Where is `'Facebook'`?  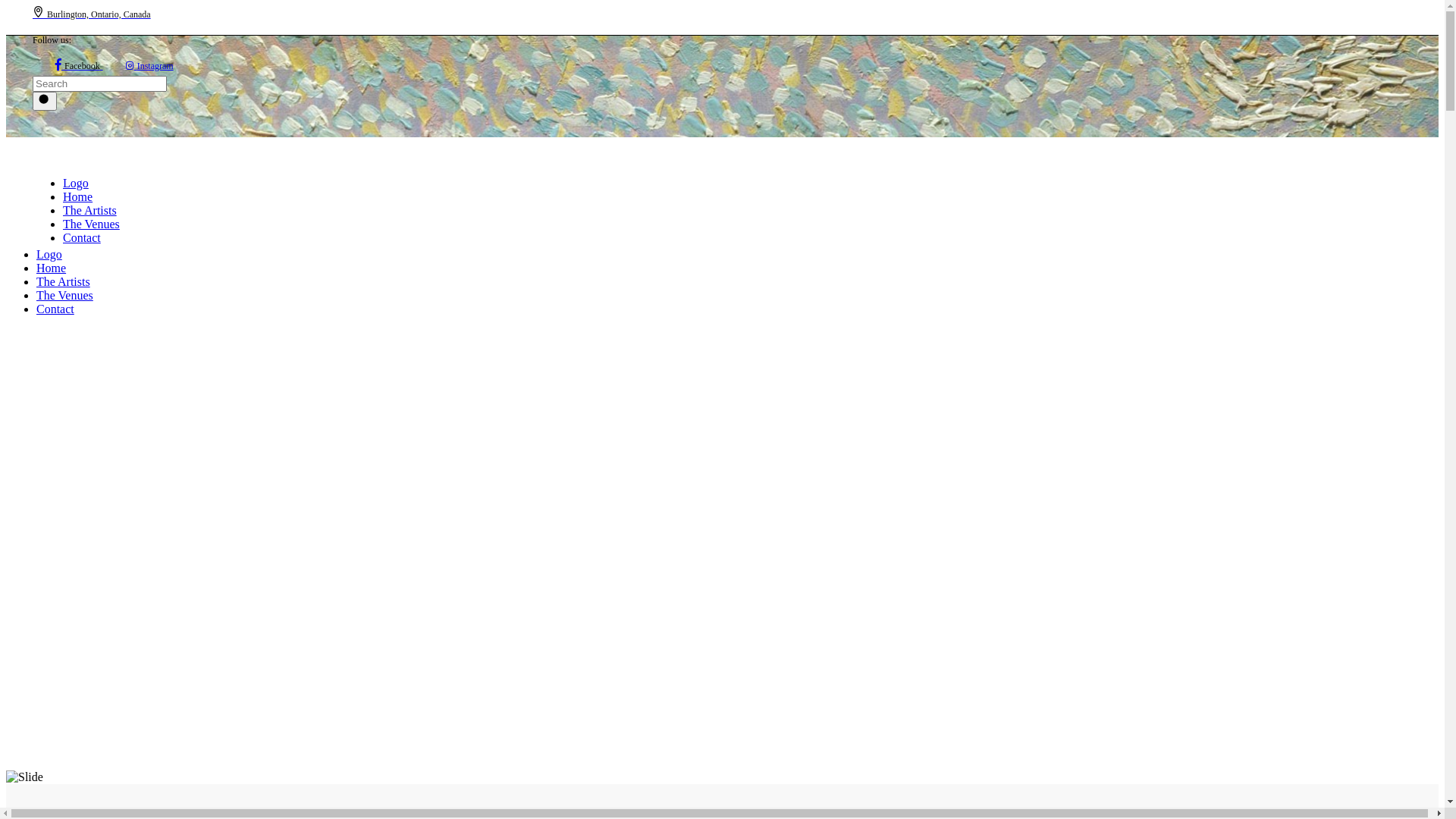
'Facebook' is located at coordinates (55, 64).